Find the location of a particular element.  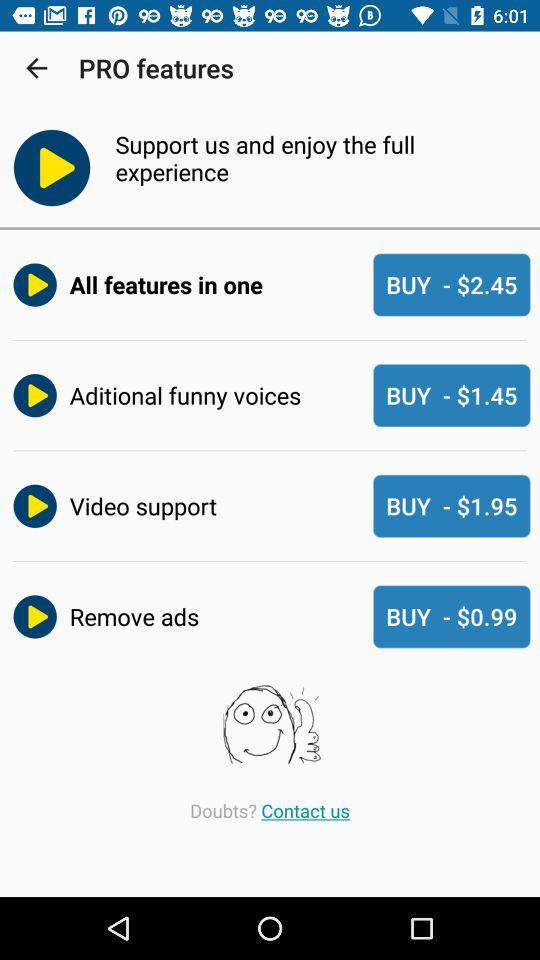

the doubts? contact us is located at coordinates (270, 810).